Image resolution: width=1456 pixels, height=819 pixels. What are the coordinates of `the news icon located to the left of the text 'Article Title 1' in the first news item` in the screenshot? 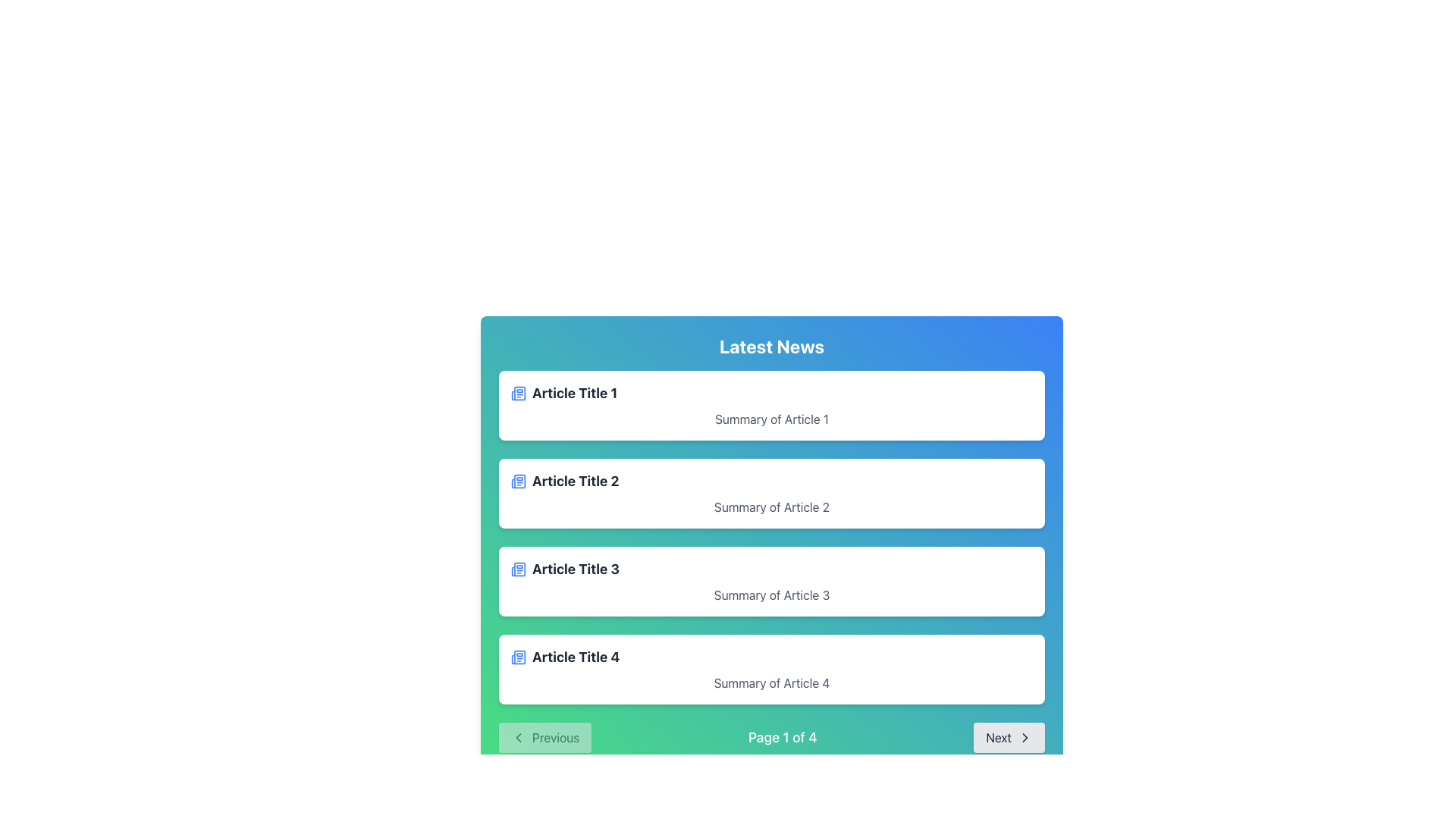 It's located at (519, 391).